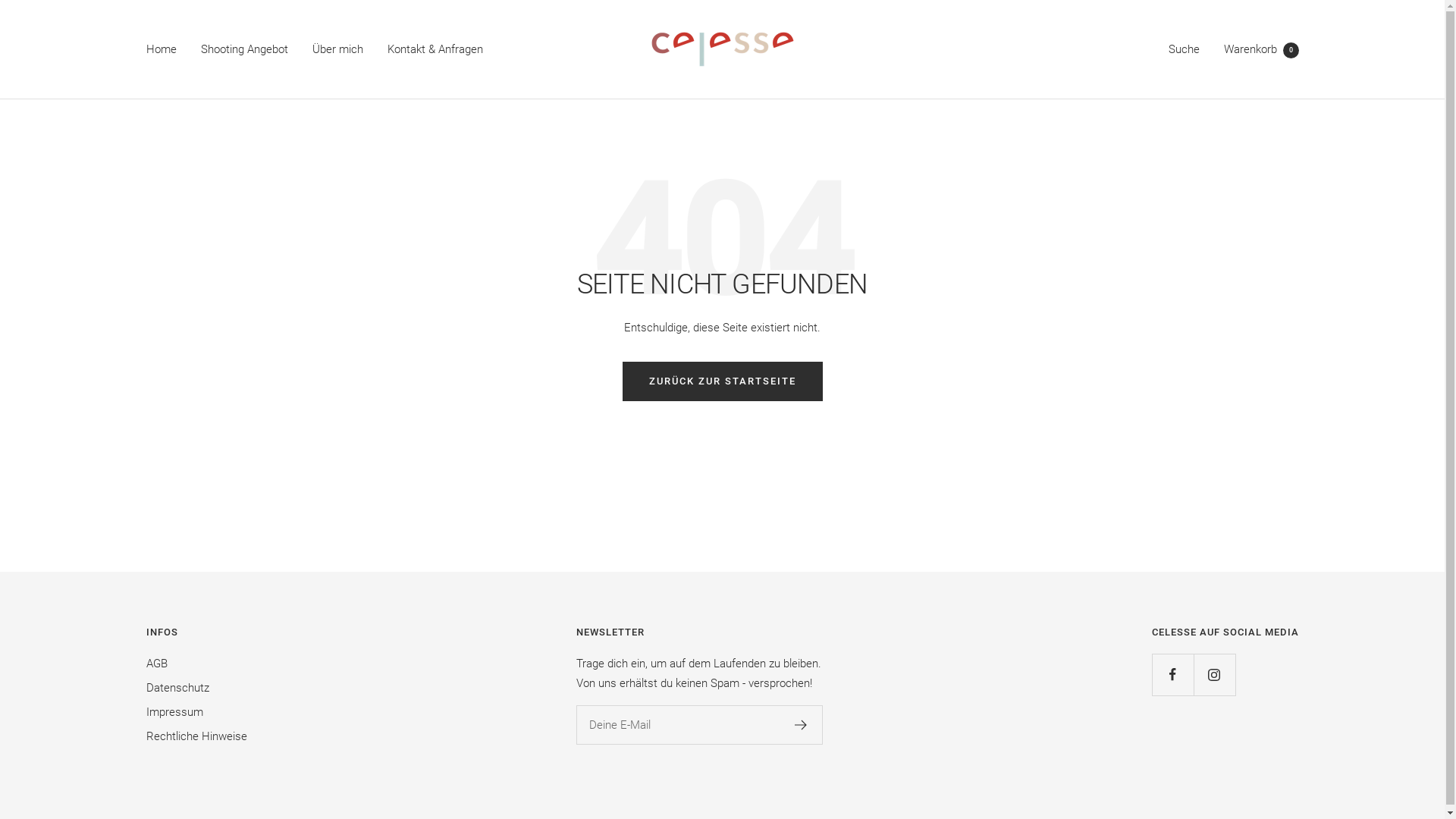  Describe the element at coordinates (433, 49) in the screenshot. I see `'Kontakt & Anfragen'` at that location.